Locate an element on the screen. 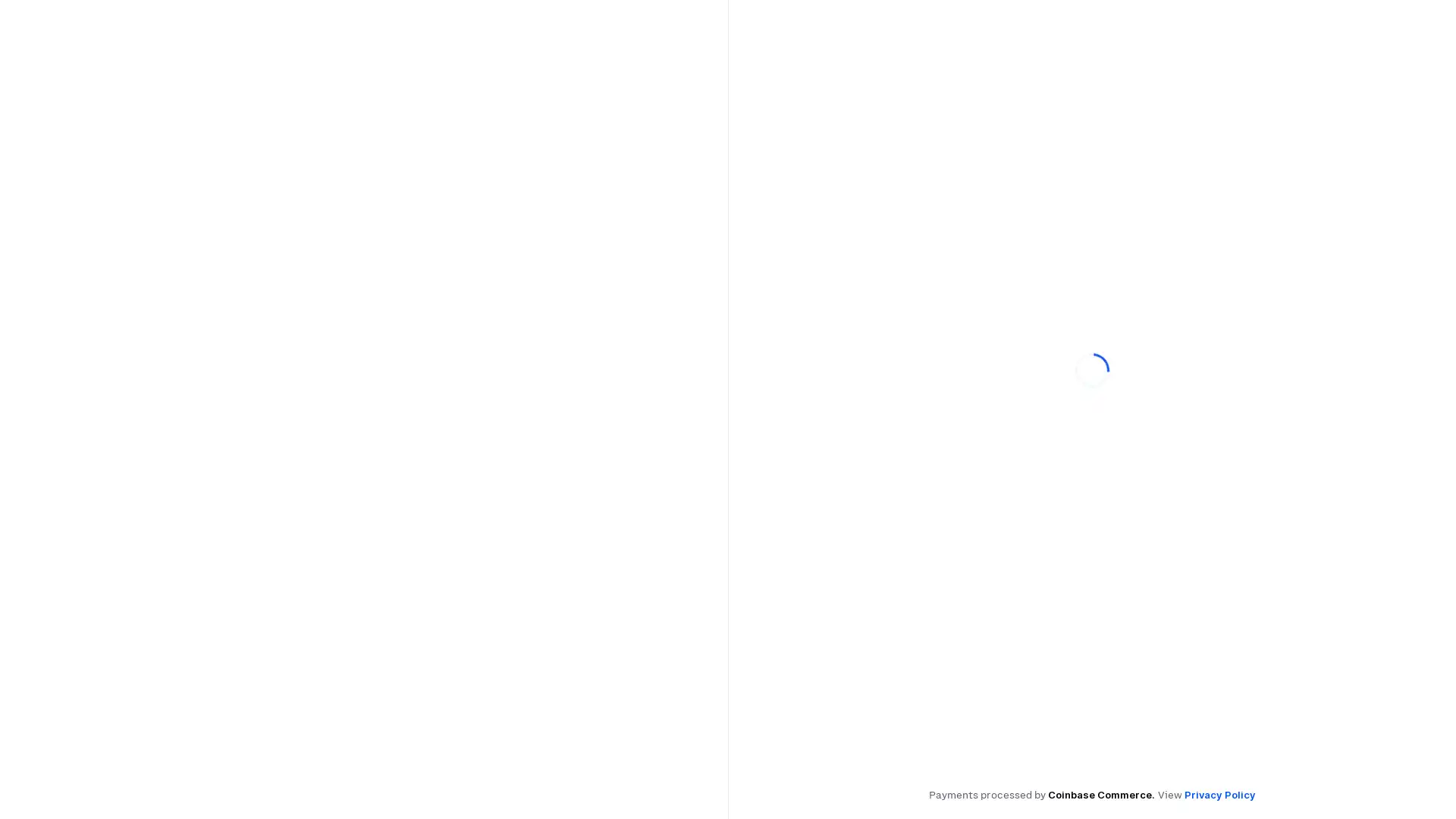  Ethereum Ethereum ETH is located at coordinates (1009, 366).